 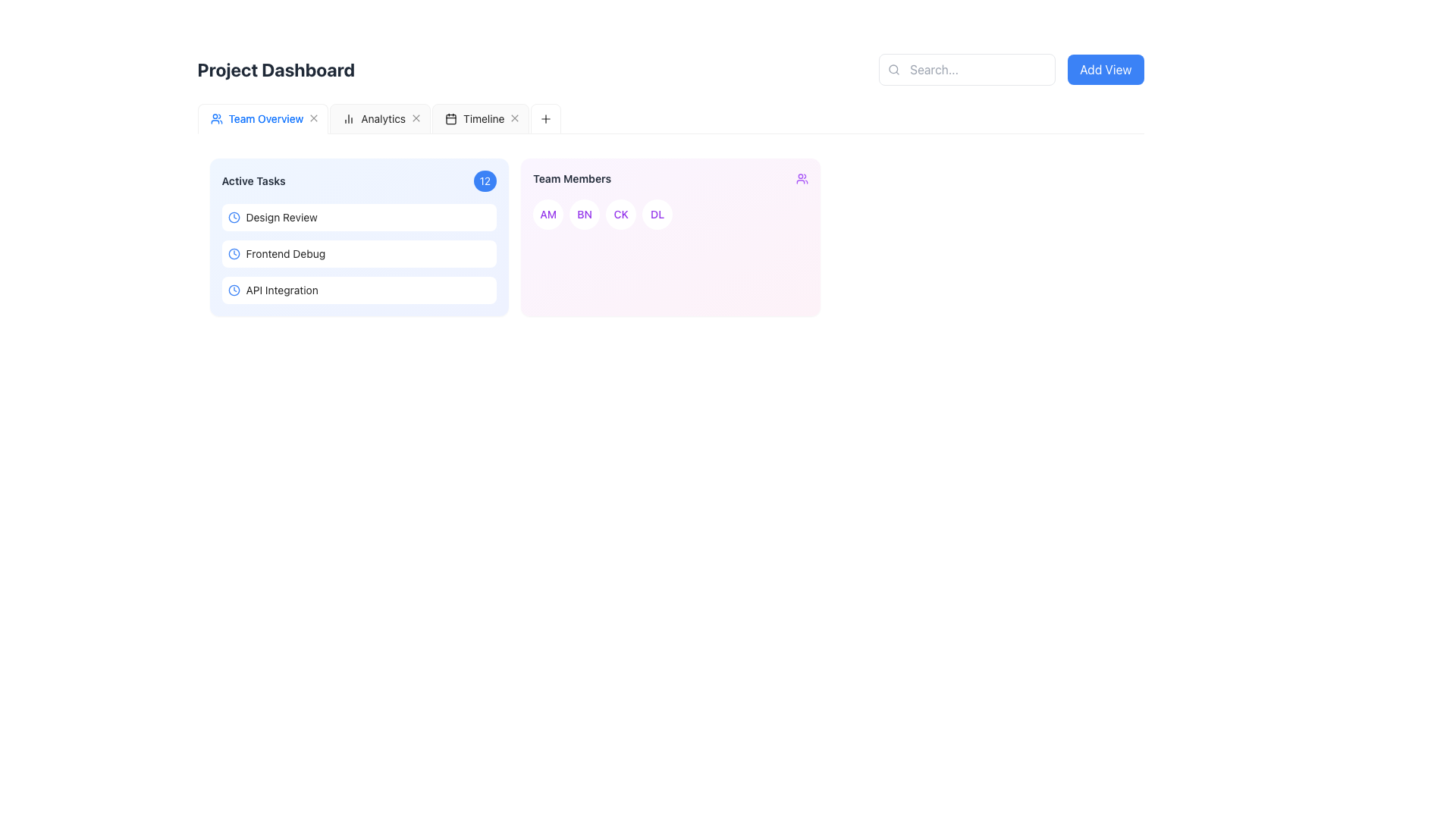 I want to click on the plus icon located at the top center of the interface within the 'Add tab' button, so click(x=546, y=118).